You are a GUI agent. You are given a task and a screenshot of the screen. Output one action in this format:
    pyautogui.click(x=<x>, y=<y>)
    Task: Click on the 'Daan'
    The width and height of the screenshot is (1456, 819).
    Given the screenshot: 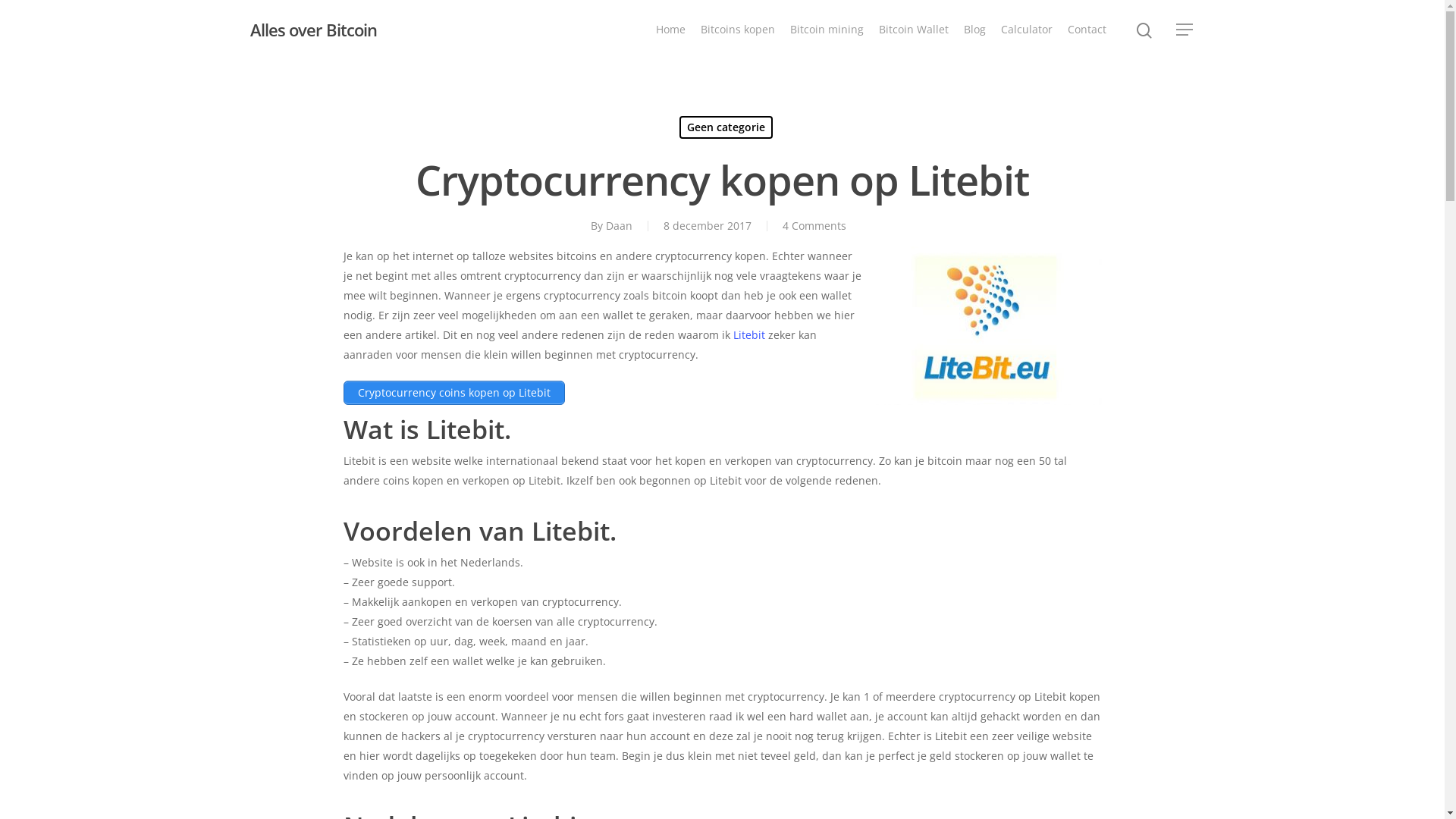 What is the action you would take?
    pyautogui.click(x=619, y=225)
    